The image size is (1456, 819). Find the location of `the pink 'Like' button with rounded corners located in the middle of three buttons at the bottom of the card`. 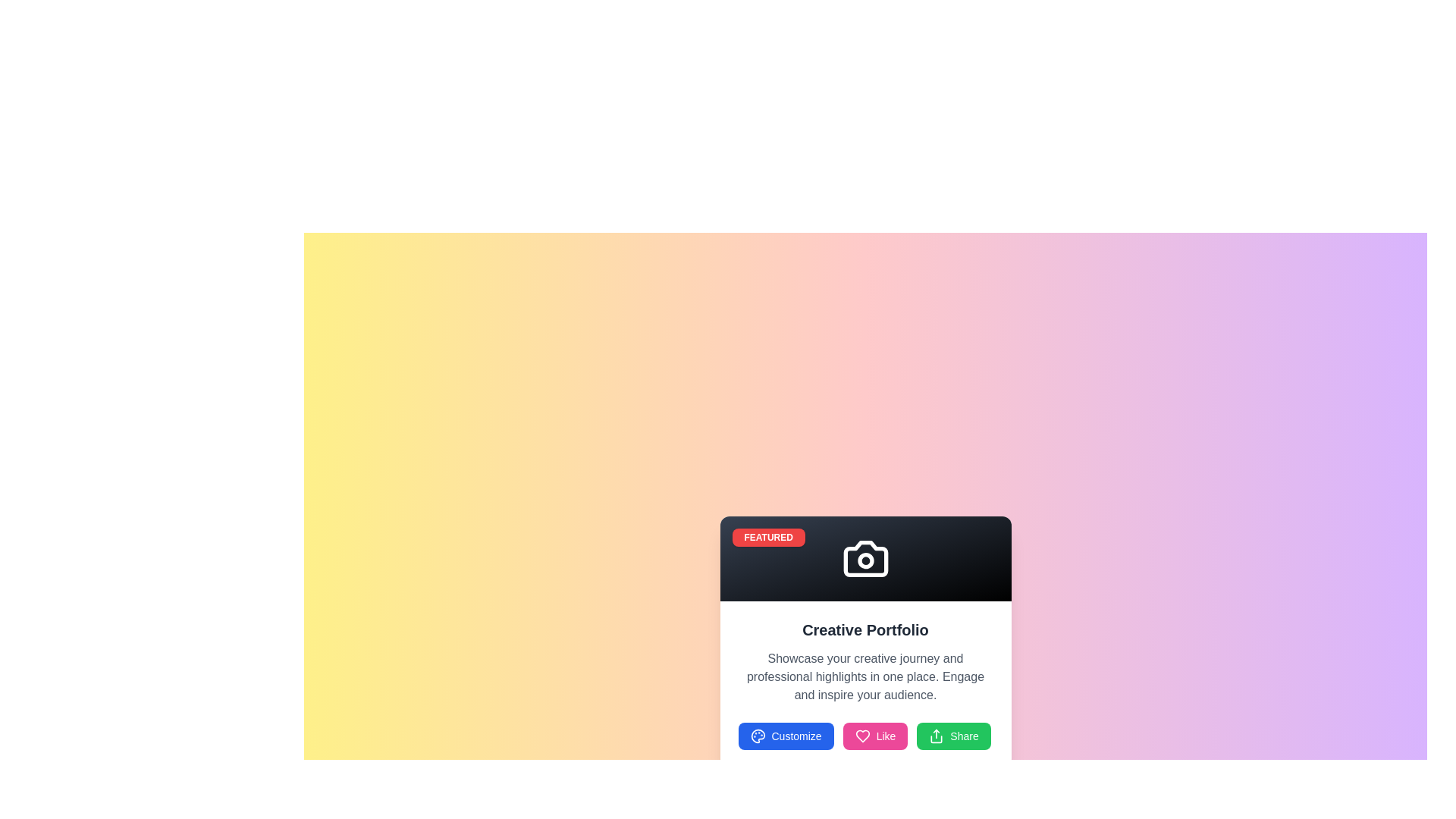

the pink 'Like' button with rounded corners located in the middle of three buttons at the bottom of the card is located at coordinates (875, 736).